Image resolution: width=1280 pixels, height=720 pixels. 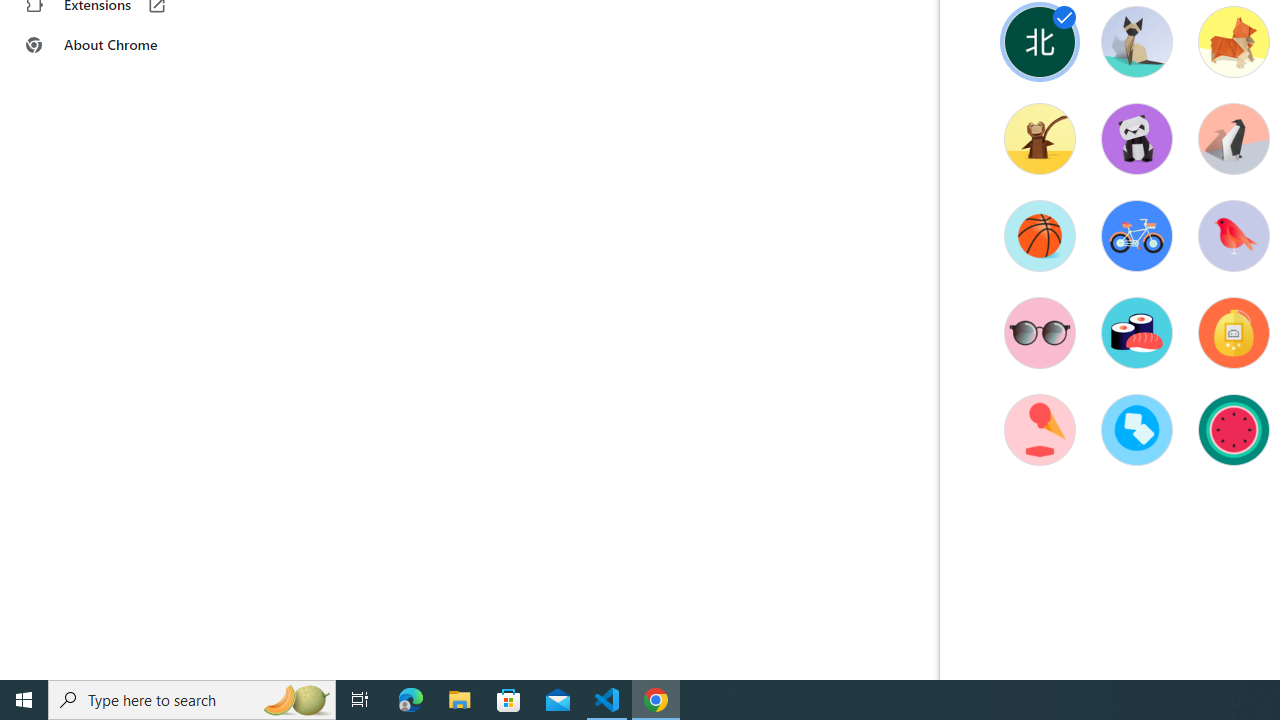 I want to click on 'Microsoft Edge', so click(x=410, y=698).